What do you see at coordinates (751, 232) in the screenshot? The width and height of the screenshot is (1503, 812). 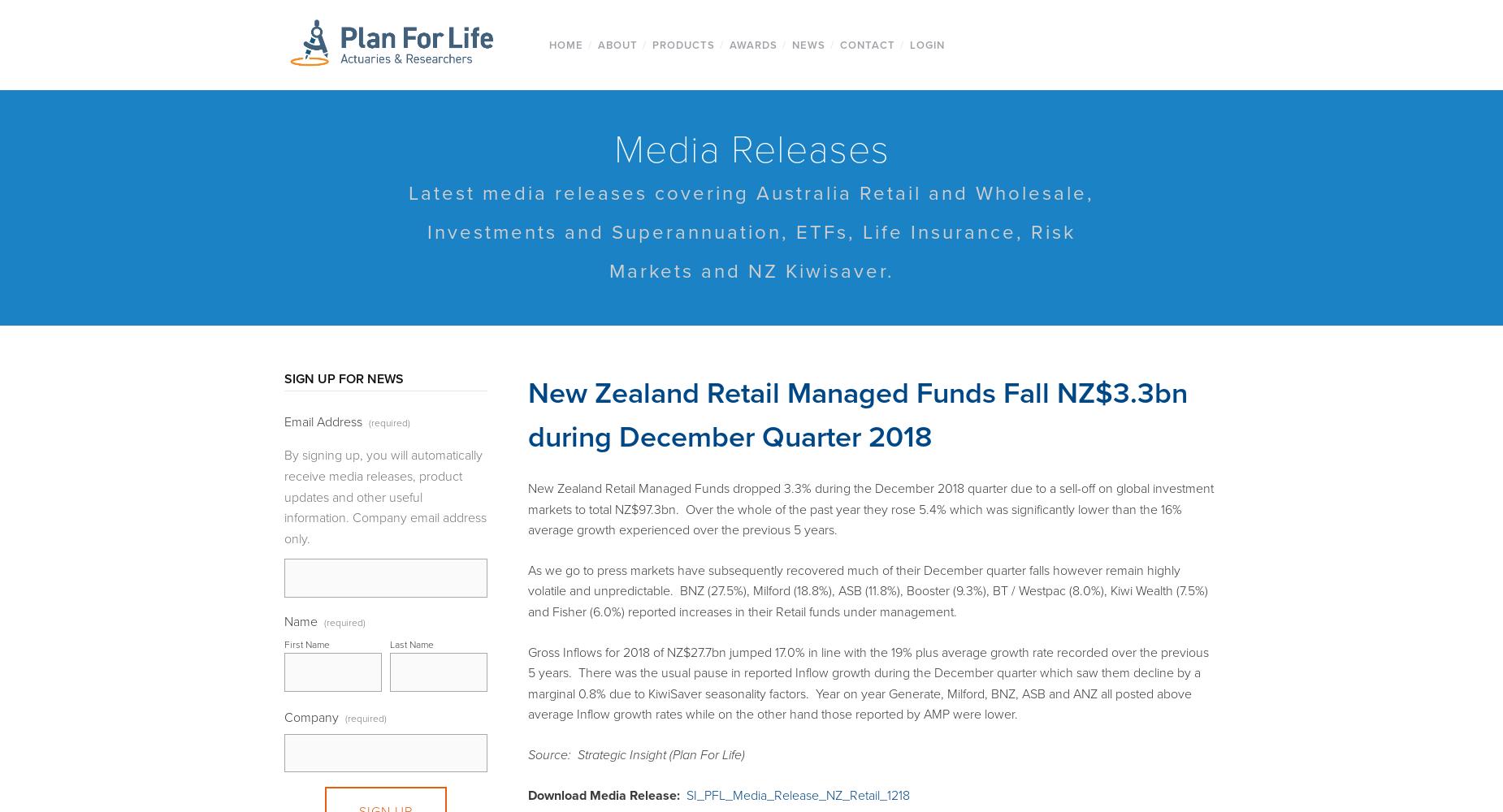 I see `'Latest media releases covering Australia Retail and Wholesale, Investments and Superannuation, ETFs, Life Insurance, Risk Markets and NZ Kiwisaver.'` at bounding box center [751, 232].